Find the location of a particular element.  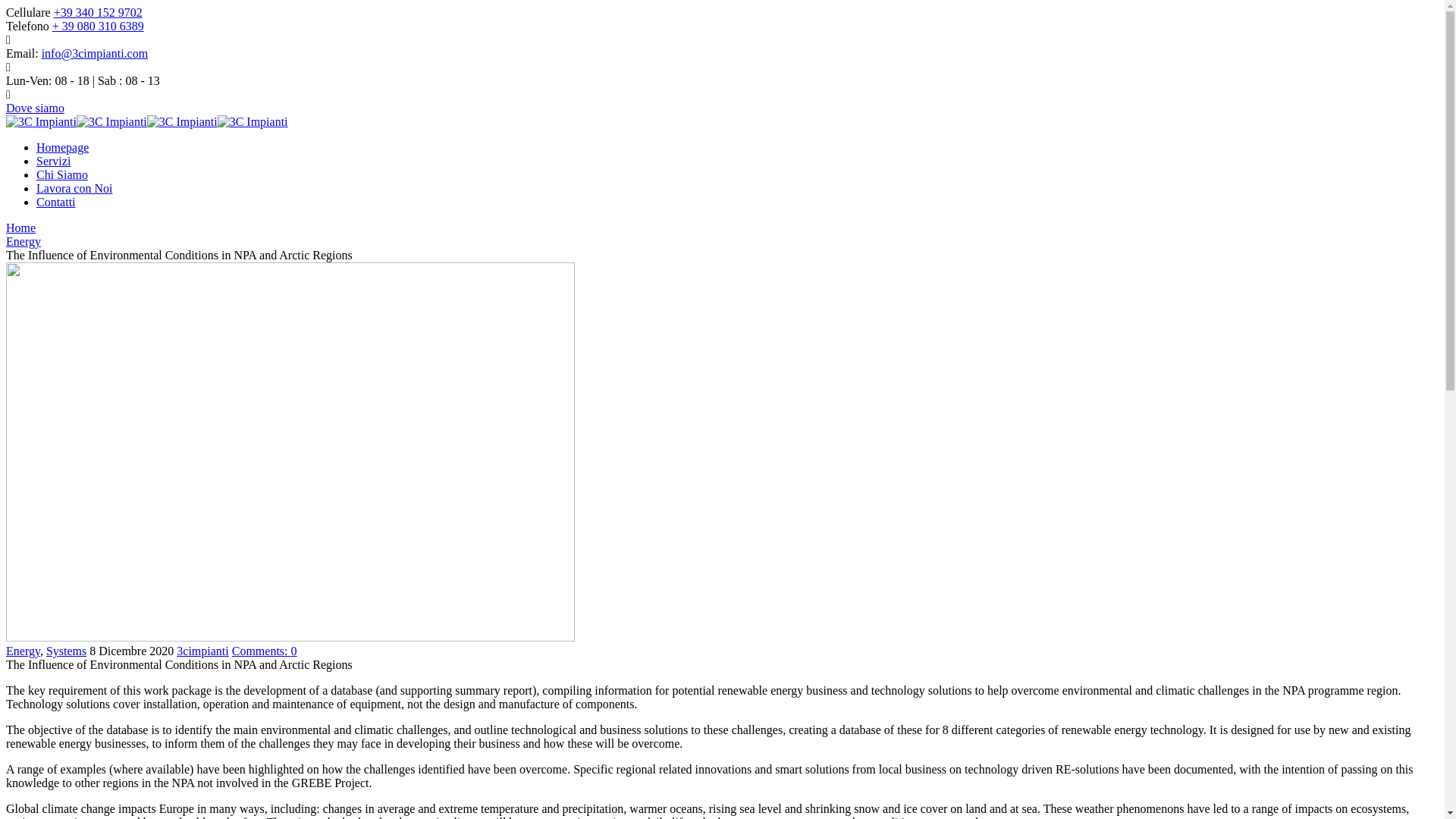

'+39 340 152 9702' is located at coordinates (54, 12).